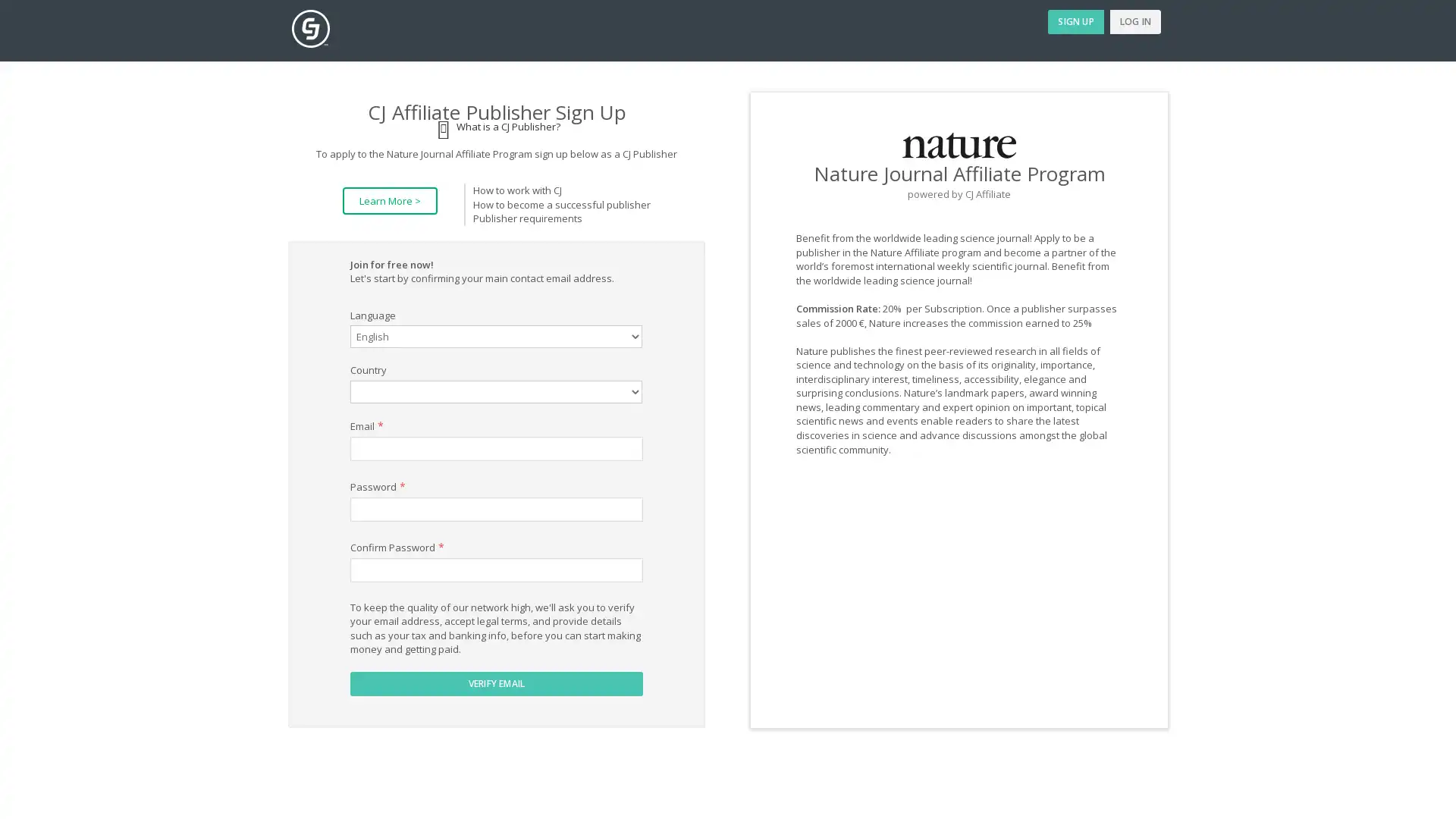  What do you see at coordinates (496, 754) in the screenshot?
I see `VERIFY EMAIL` at bounding box center [496, 754].